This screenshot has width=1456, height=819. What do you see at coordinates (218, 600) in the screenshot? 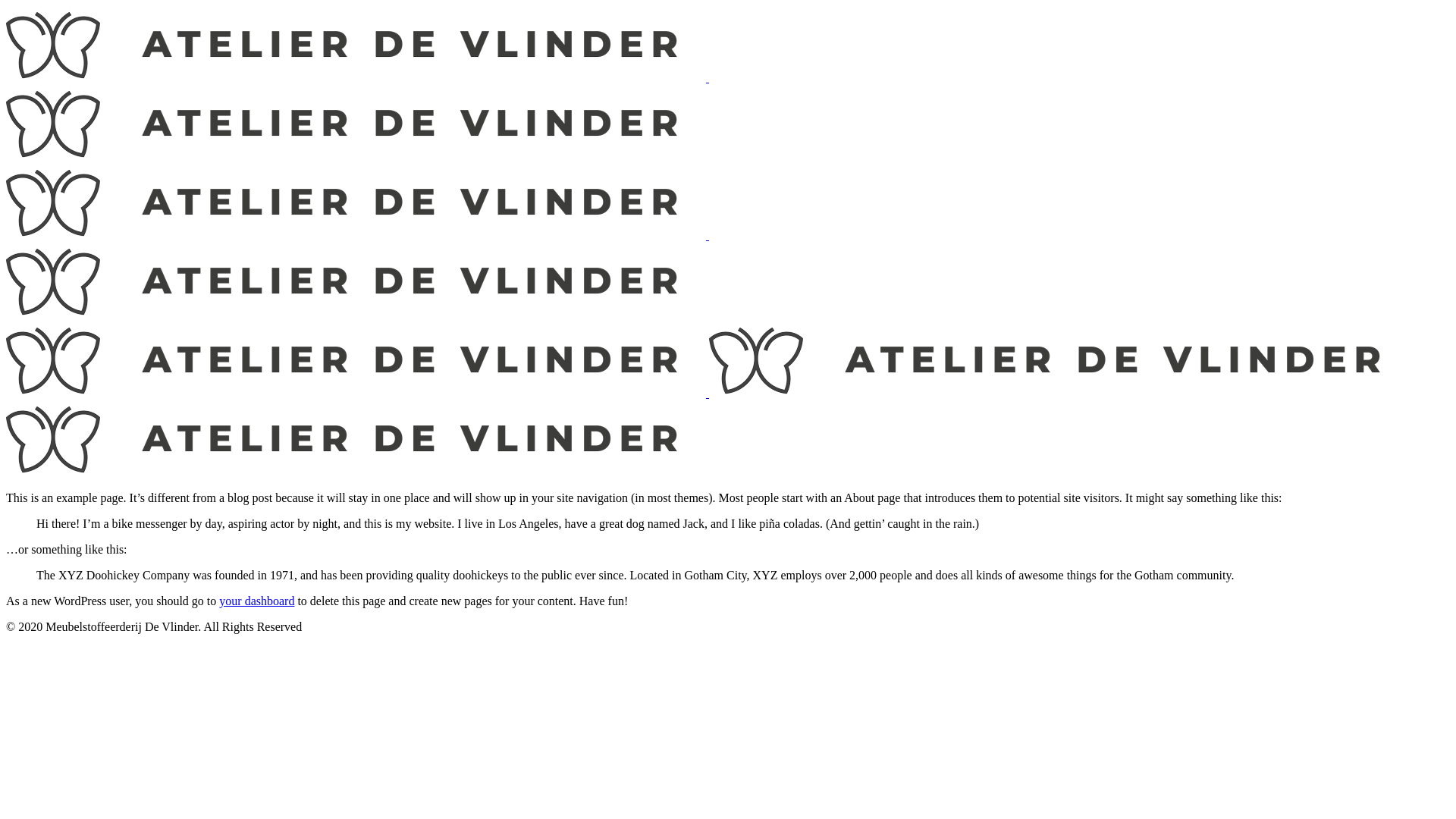
I see `'your dashboard'` at bounding box center [218, 600].